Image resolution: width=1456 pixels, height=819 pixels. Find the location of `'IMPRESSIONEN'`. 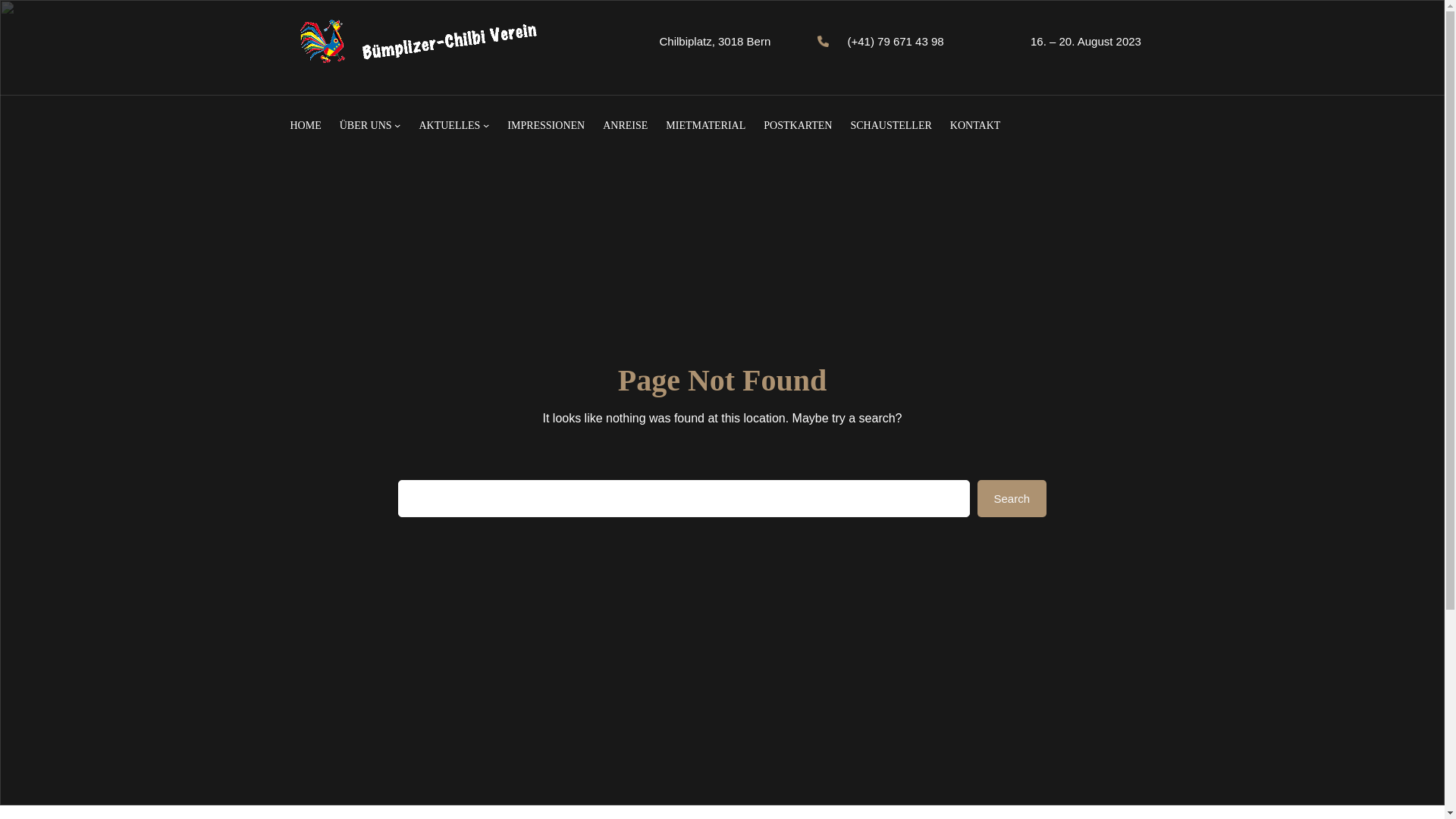

'IMPRESSIONEN' is located at coordinates (546, 124).